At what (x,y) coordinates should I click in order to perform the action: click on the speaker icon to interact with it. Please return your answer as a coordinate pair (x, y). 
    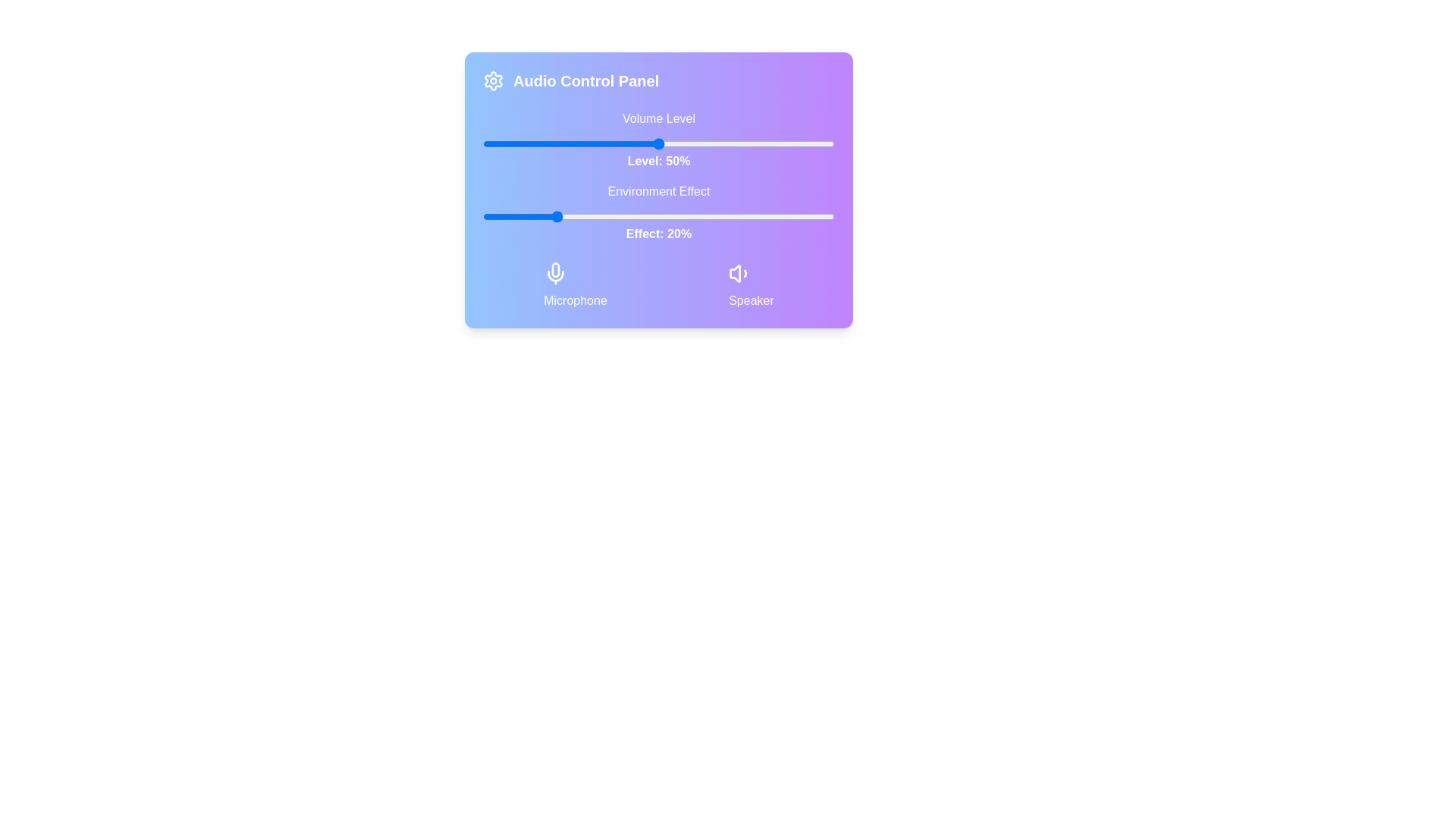
    Looking at the image, I should click on (750, 286).